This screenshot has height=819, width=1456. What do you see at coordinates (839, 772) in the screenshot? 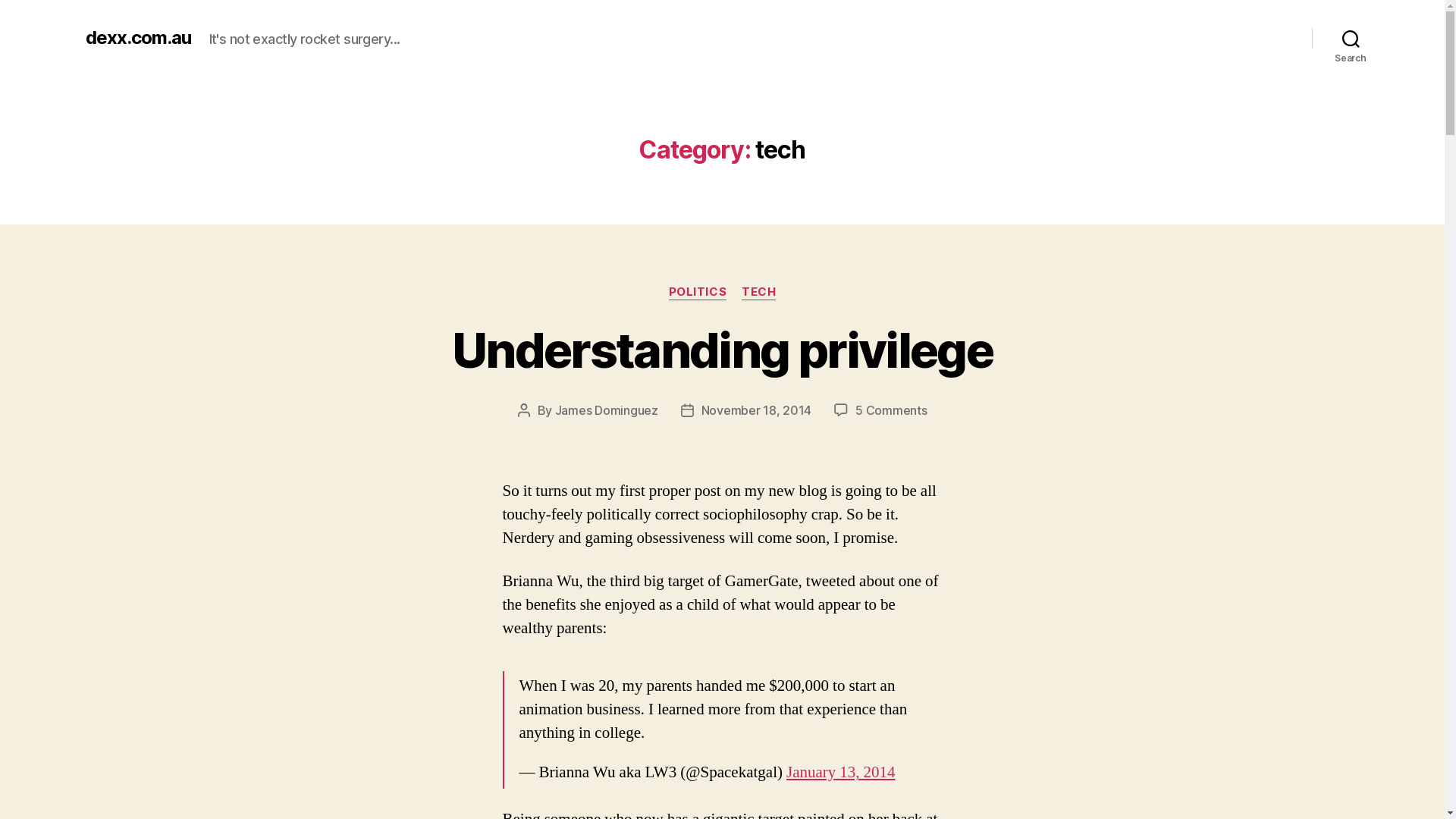
I see `'January 13, 2014'` at bounding box center [839, 772].